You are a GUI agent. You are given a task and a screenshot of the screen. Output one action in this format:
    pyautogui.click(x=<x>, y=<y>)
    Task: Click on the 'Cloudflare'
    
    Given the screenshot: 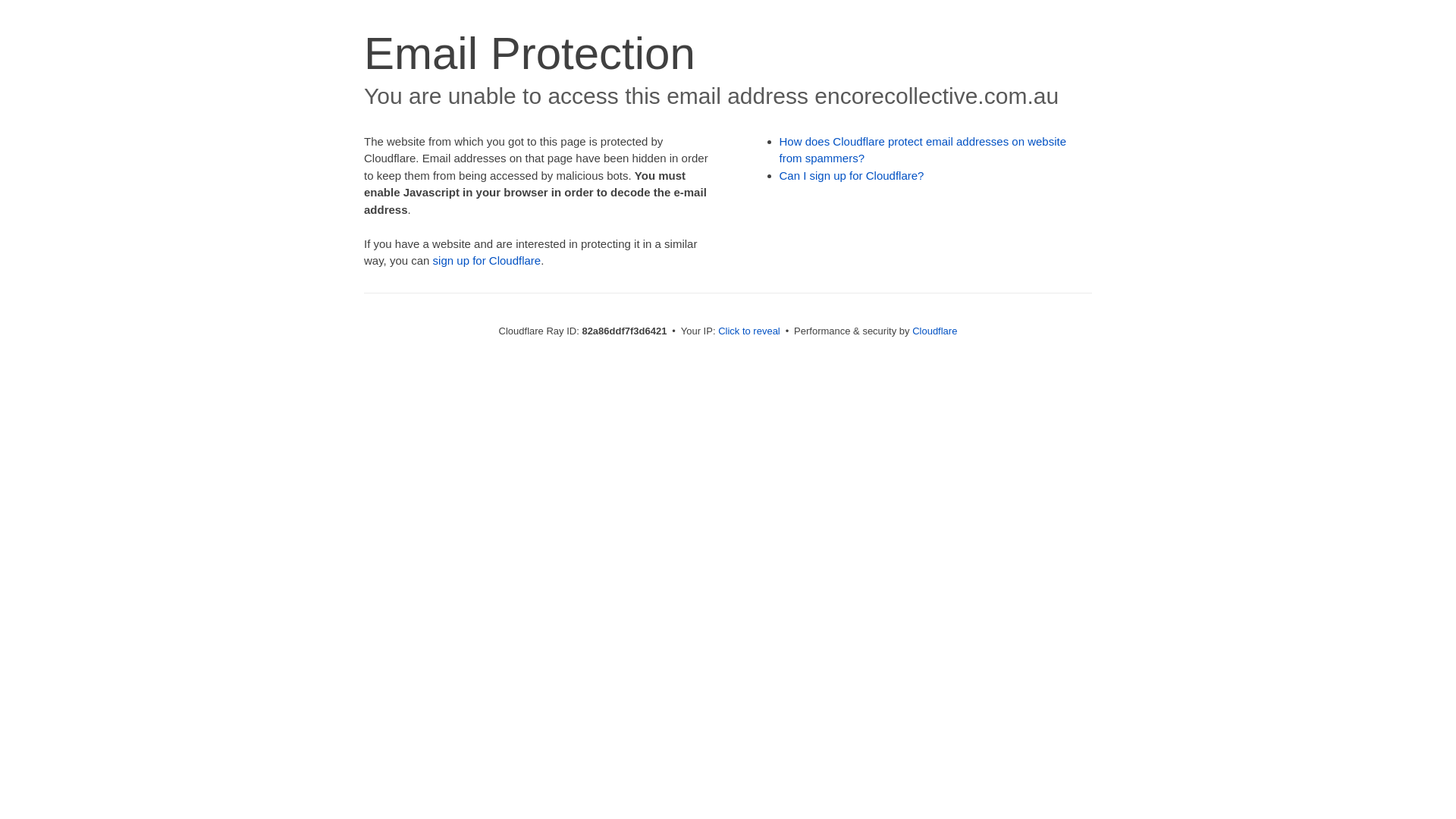 What is the action you would take?
    pyautogui.click(x=934, y=330)
    